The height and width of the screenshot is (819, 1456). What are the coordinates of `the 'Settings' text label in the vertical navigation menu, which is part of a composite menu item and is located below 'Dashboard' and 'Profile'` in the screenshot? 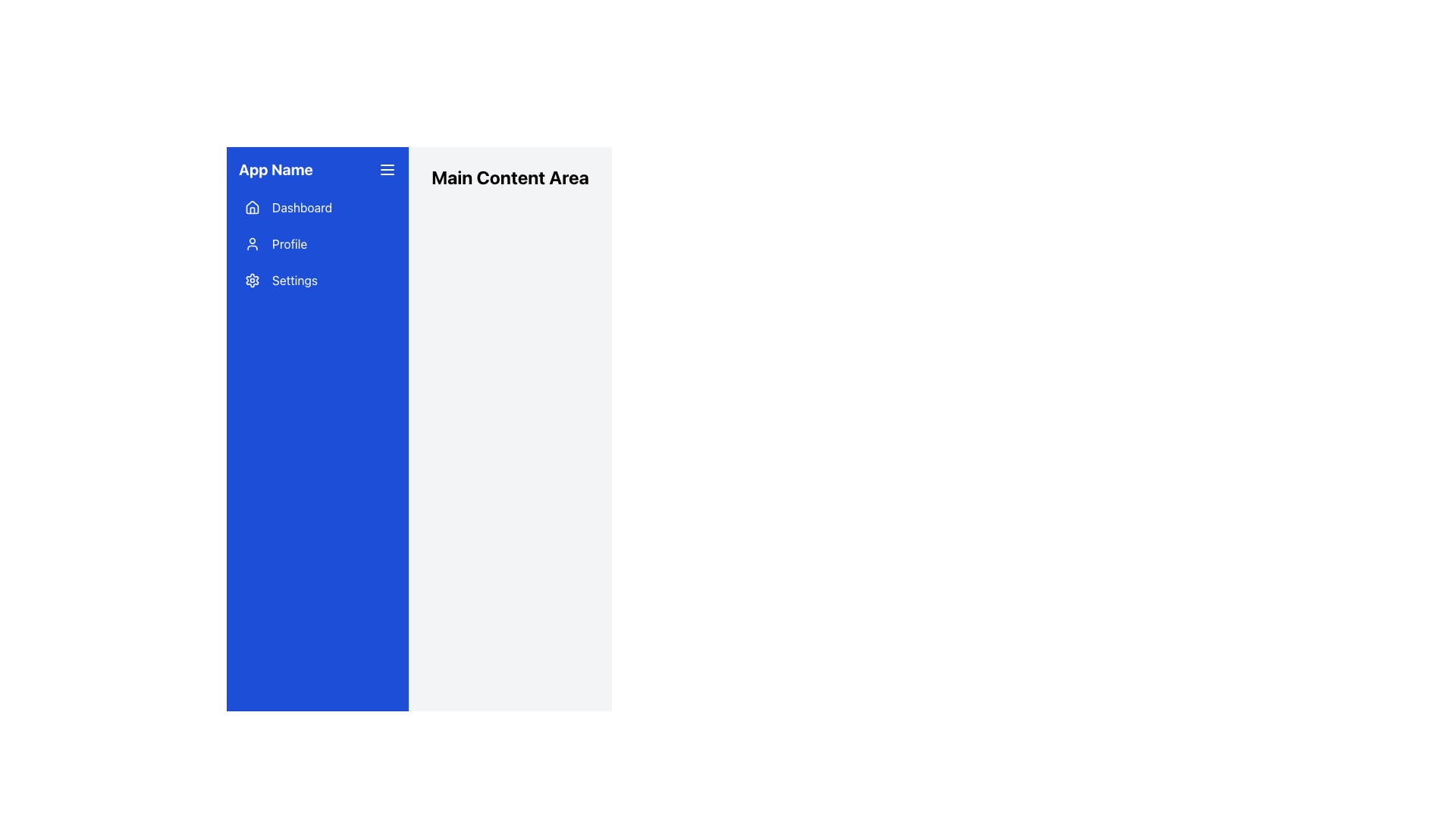 It's located at (294, 281).